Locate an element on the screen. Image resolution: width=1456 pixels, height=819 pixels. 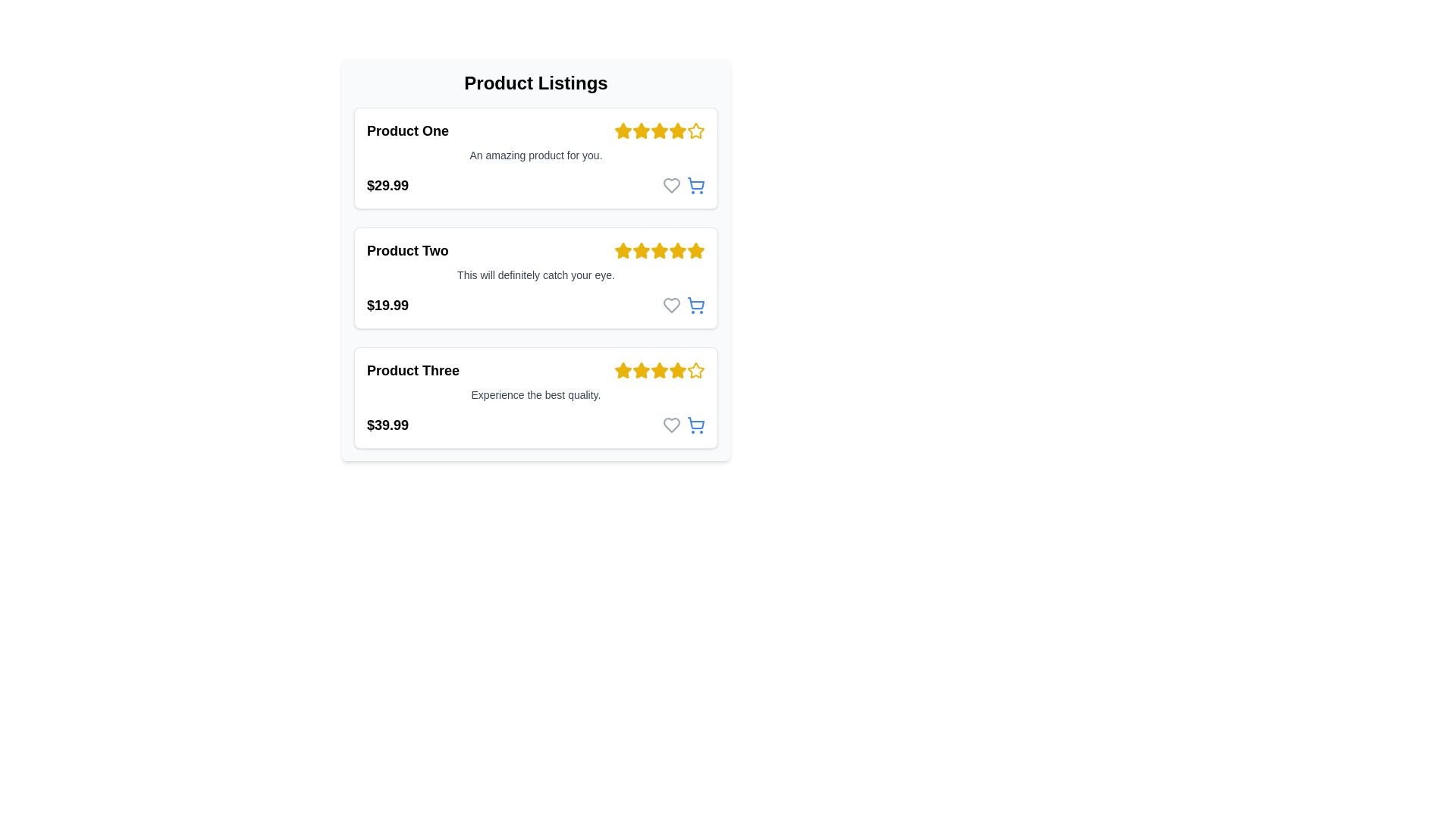
the visual state of the fourth yellow filled star icon in the five-star rating system for the second product in the 'Product Listings' section is located at coordinates (623, 249).